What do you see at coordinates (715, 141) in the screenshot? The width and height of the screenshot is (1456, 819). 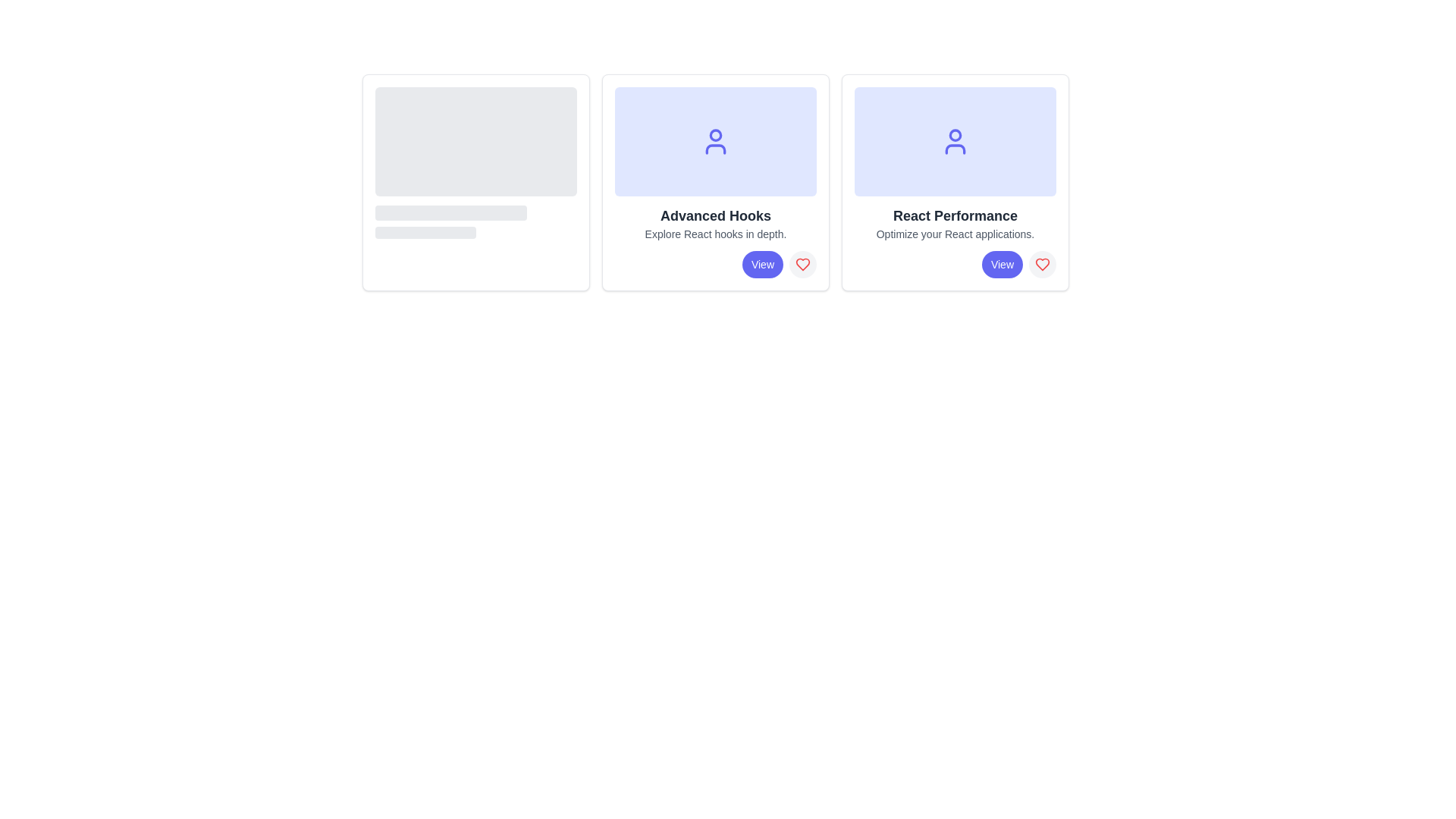 I see `the user-related feature icon located in the upper central portion of the second card from the left, above the text labeled 'Advanced Hooks'` at bounding box center [715, 141].